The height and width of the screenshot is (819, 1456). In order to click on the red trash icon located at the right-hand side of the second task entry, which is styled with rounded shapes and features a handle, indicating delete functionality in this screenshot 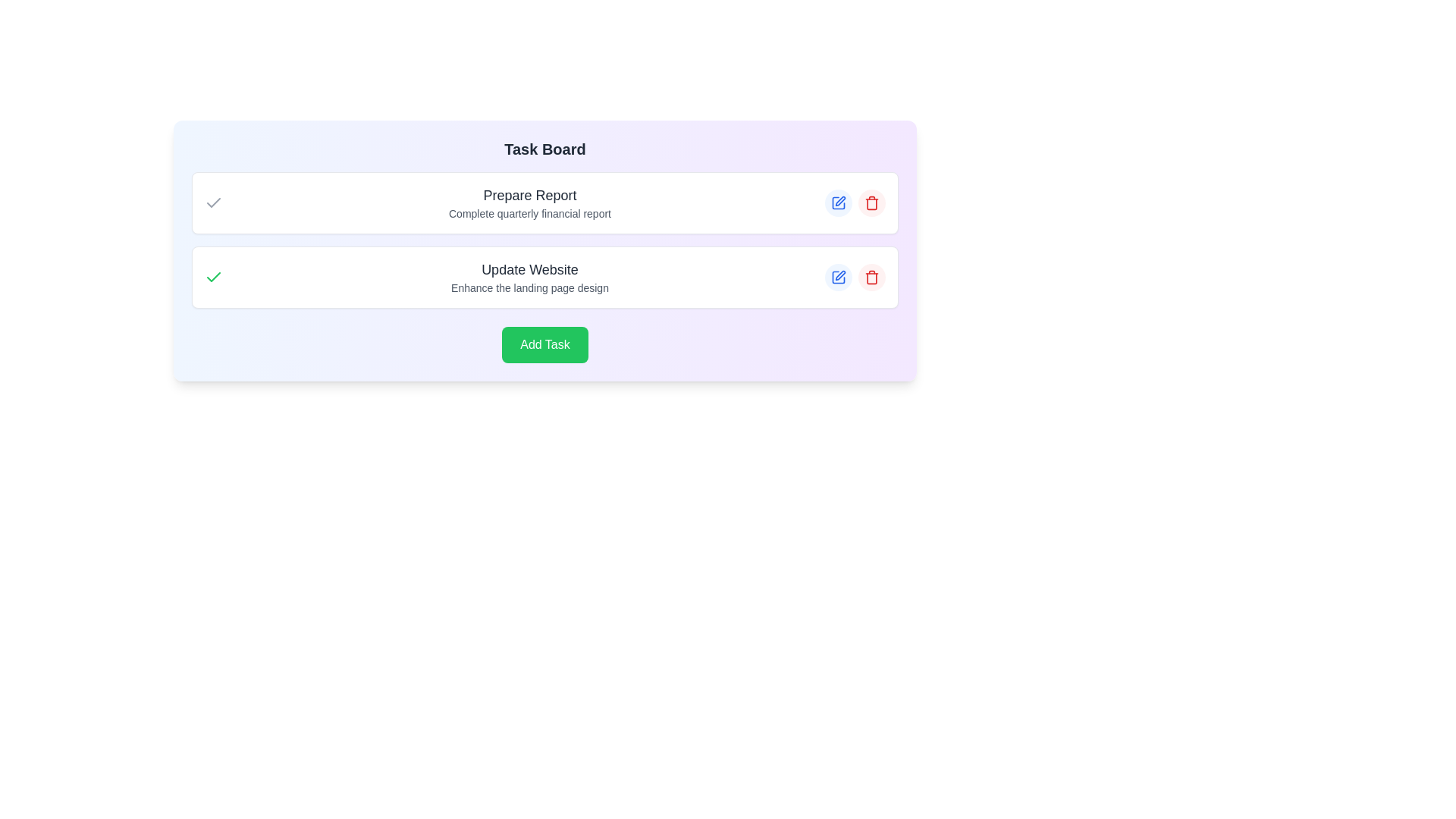, I will do `click(872, 202)`.